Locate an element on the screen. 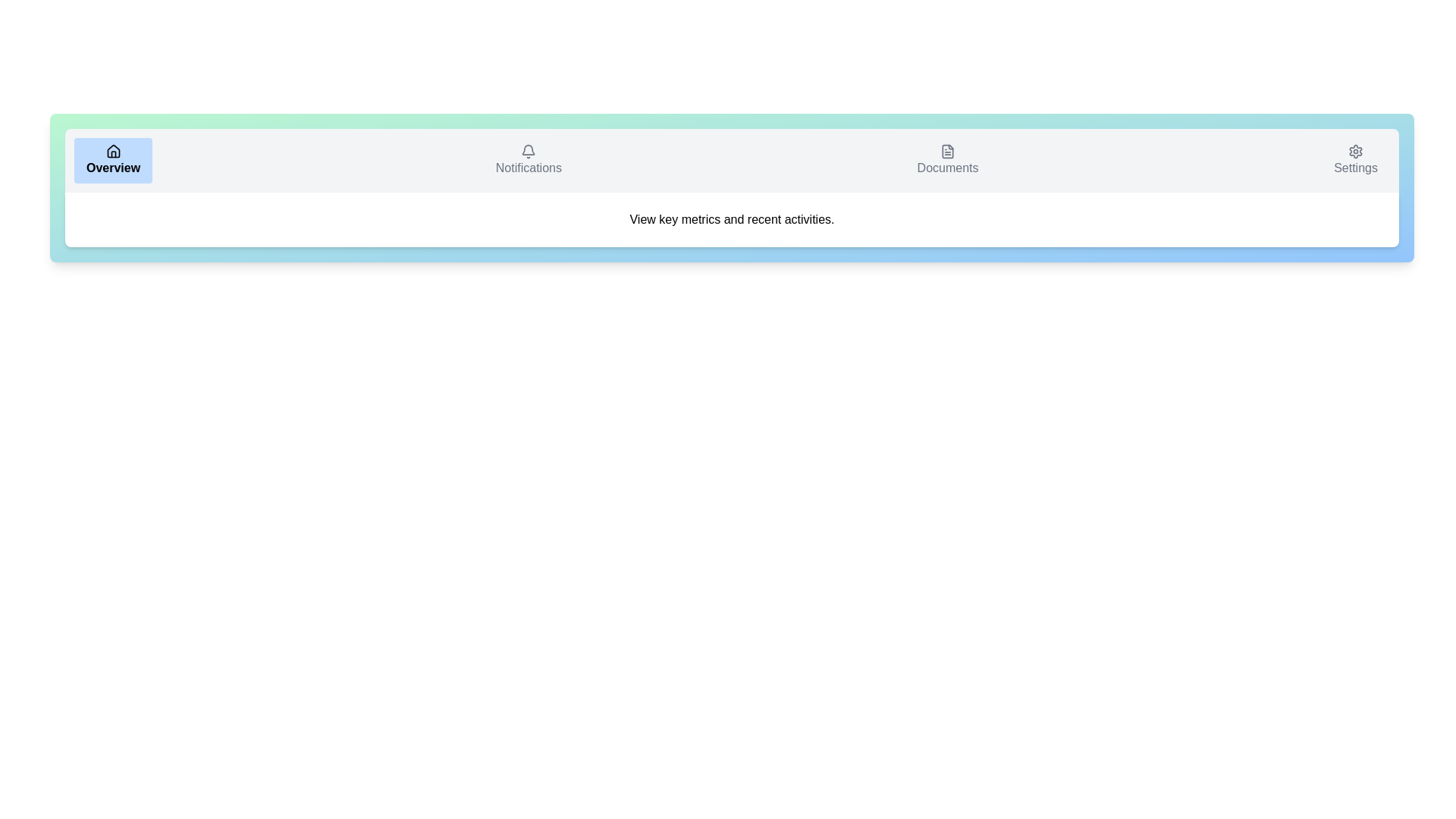  the Settings tab to display its content is located at coordinates (1356, 161).